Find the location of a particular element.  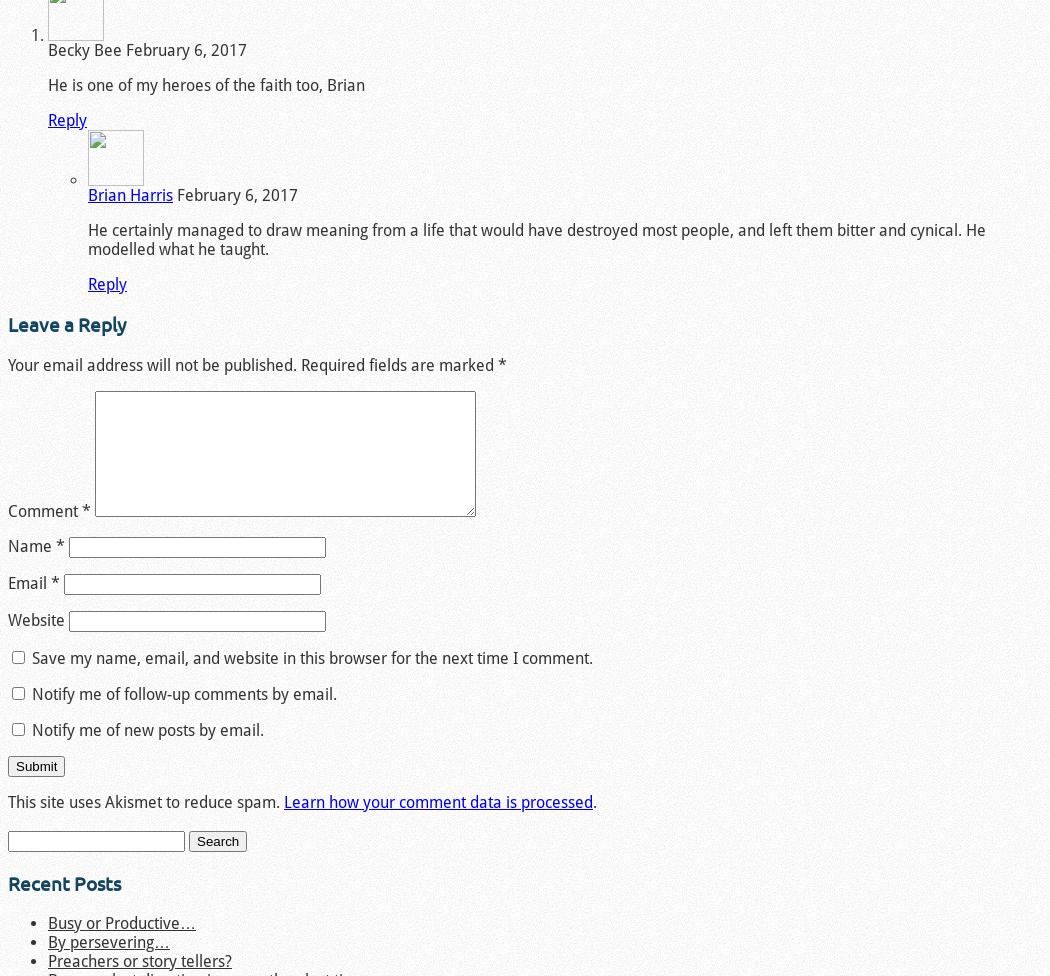

'Email' is located at coordinates (29, 583).